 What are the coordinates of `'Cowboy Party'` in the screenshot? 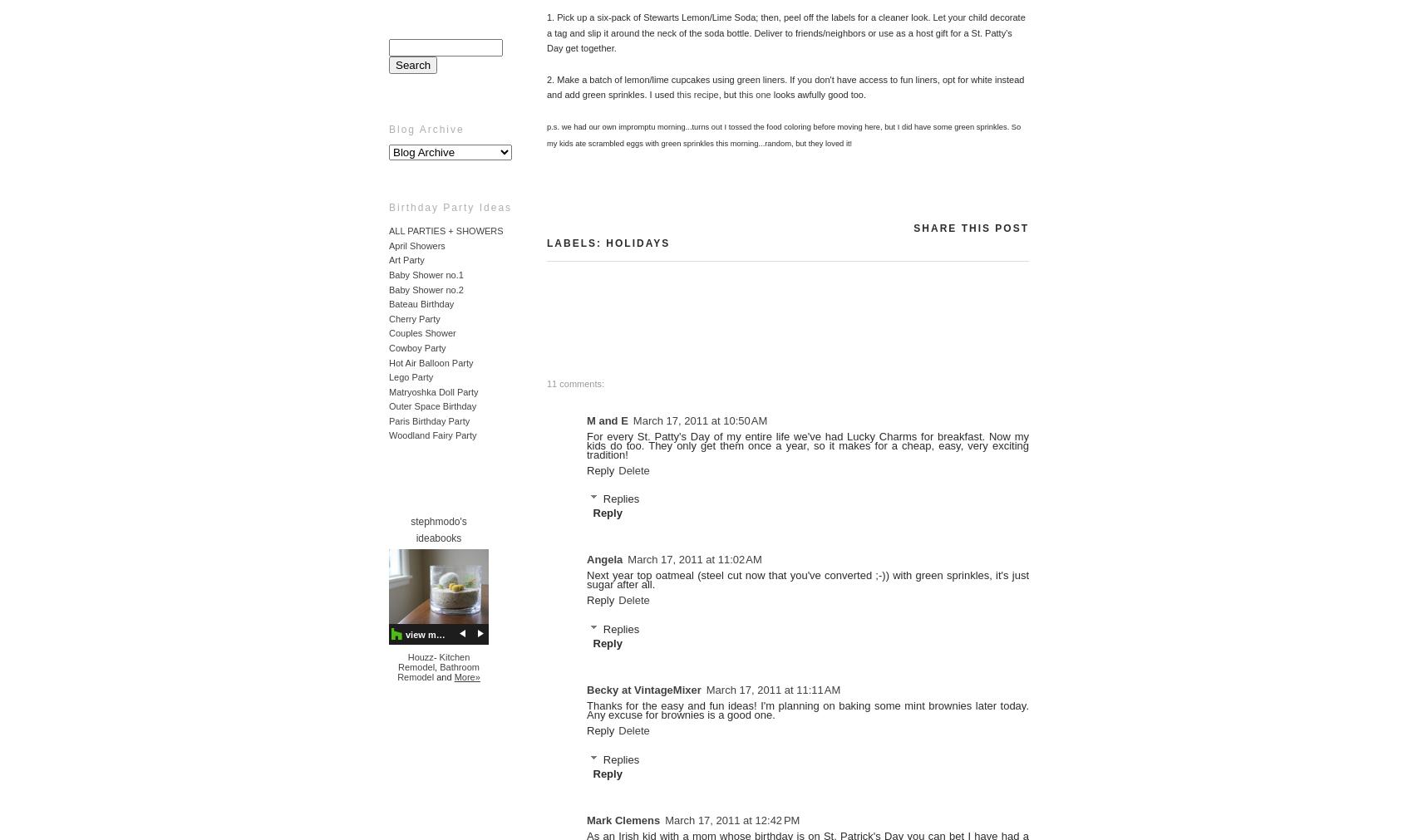 It's located at (416, 346).